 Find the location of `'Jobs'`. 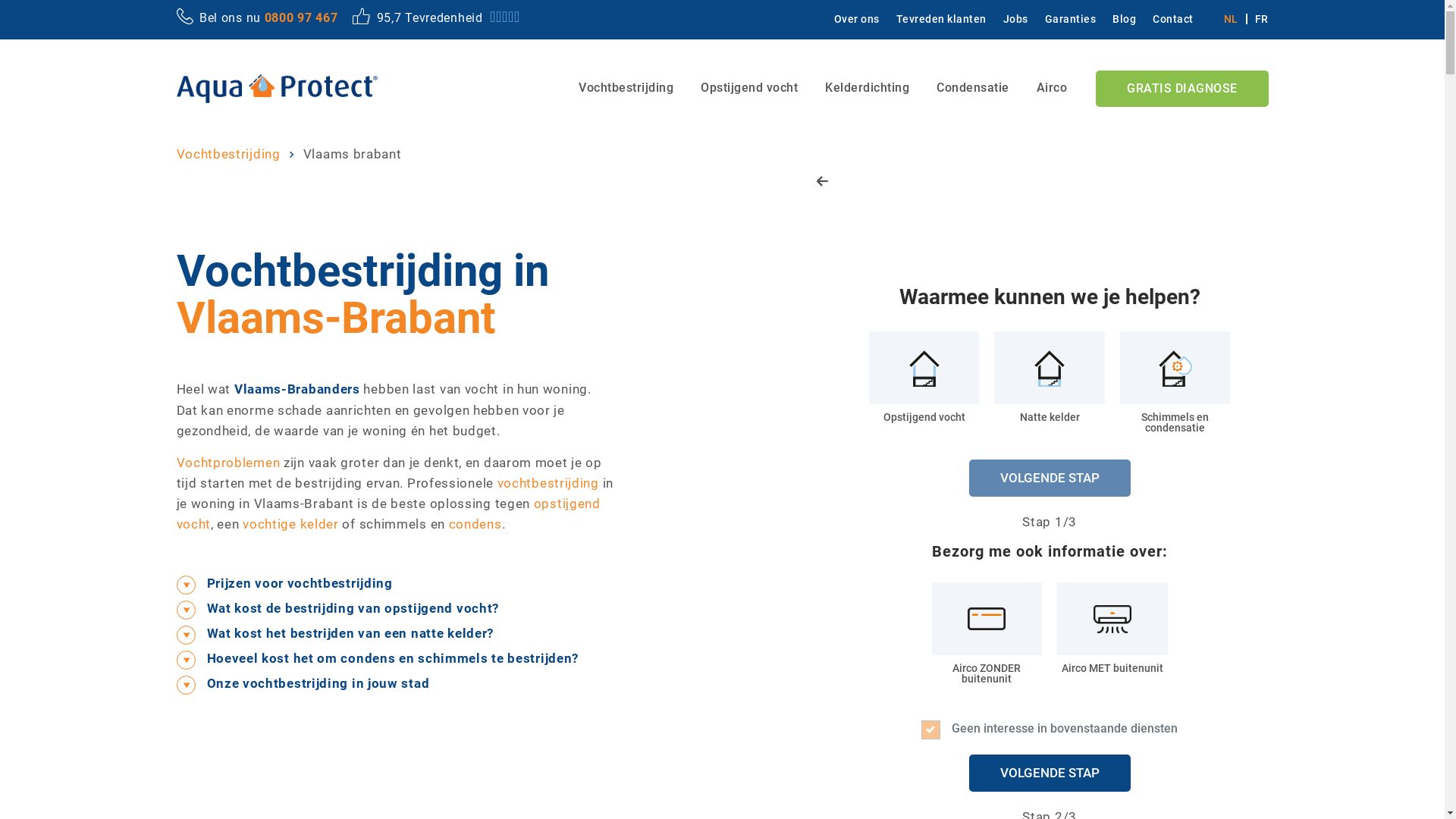

'Jobs' is located at coordinates (1011, 18).